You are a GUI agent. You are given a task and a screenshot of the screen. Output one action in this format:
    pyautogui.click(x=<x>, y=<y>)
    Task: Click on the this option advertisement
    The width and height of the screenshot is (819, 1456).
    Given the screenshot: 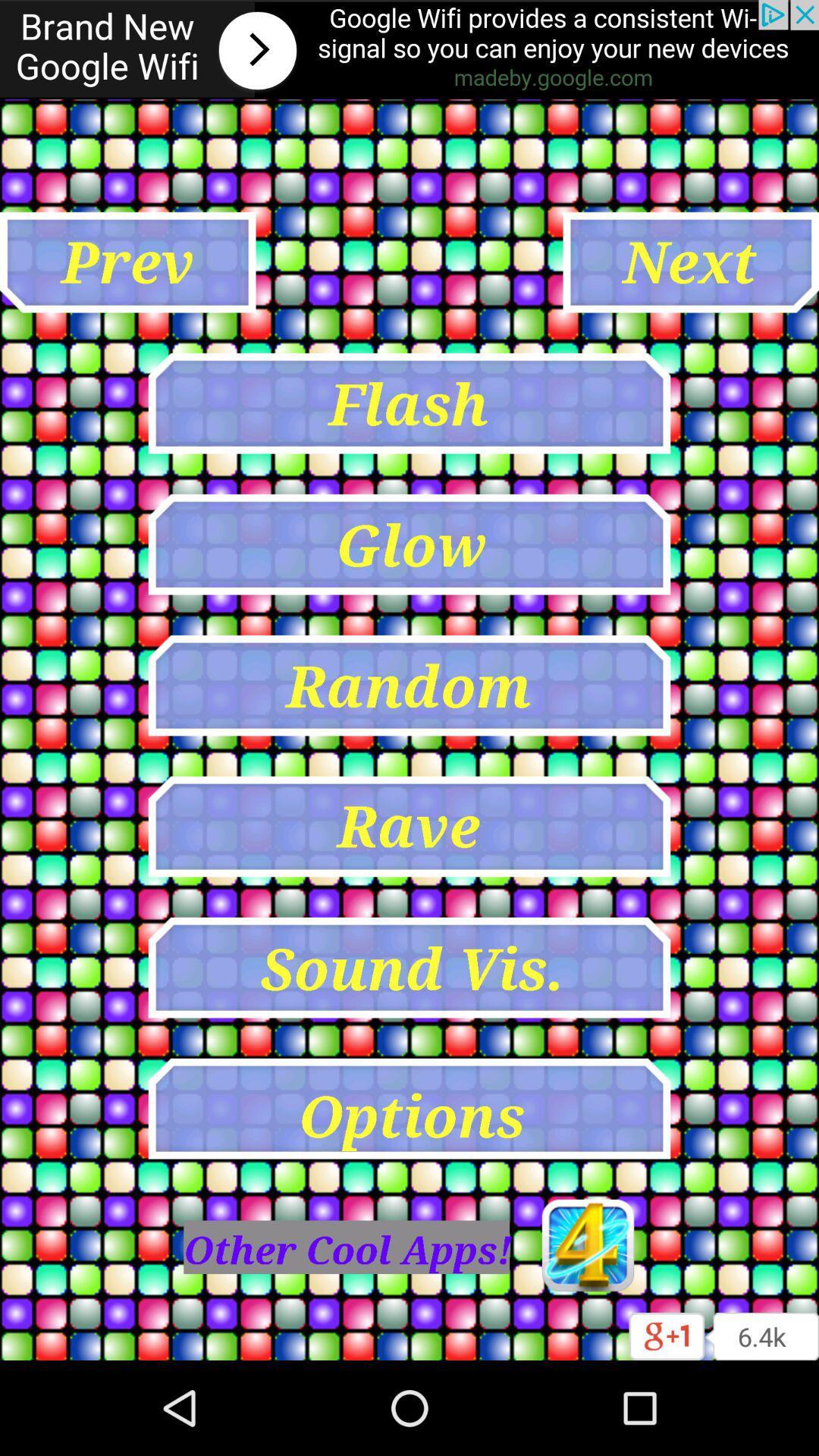 What is the action you would take?
    pyautogui.click(x=409, y=49)
    